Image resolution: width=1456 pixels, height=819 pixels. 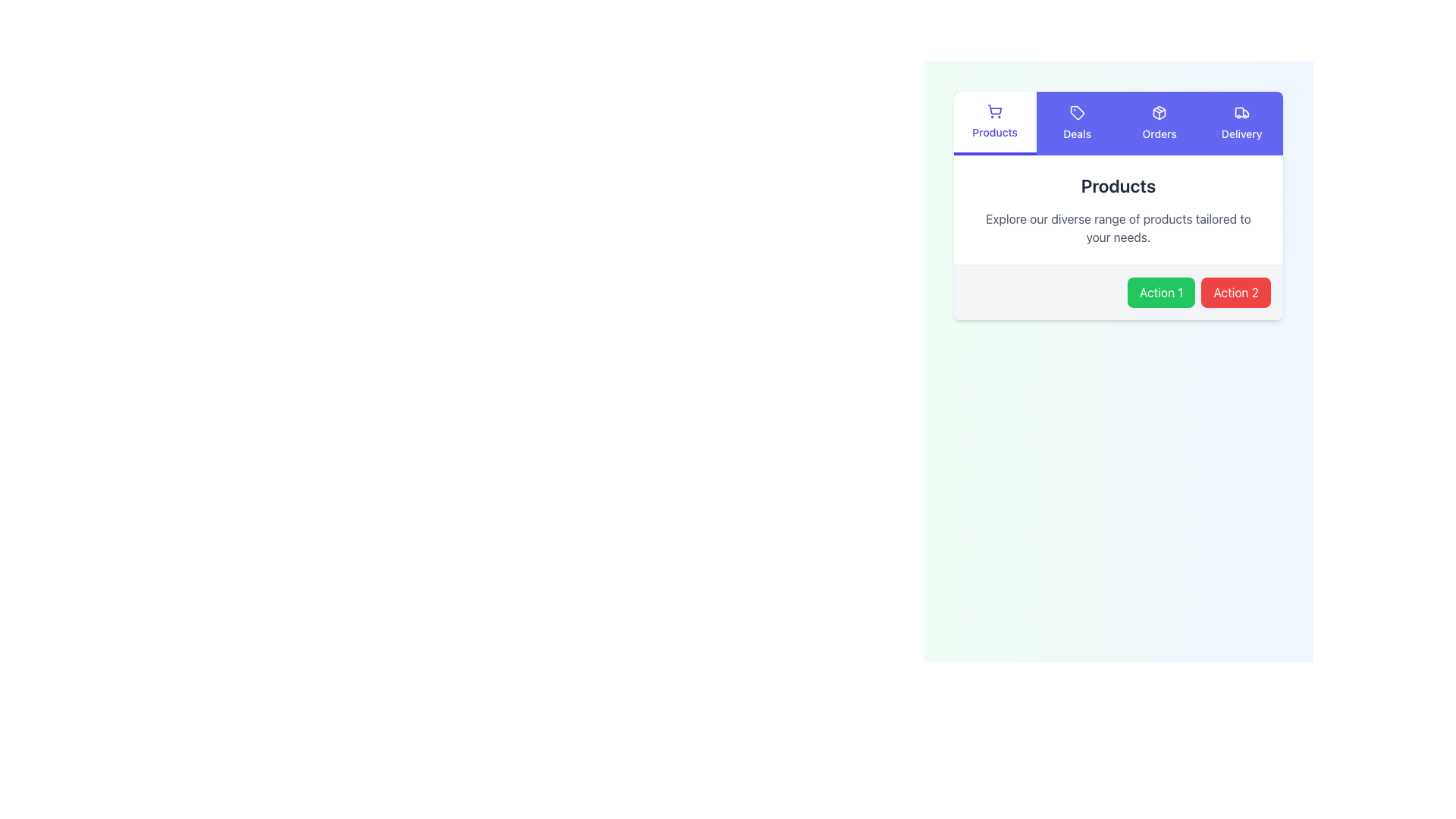 What do you see at coordinates (1076, 133) in the screenshot?
I see `the 'Deals' text label located in the navigation menu, which is the second item from the left, following 'Products' and preceding 'Orders' and 'Delivery'` at bounding box center [1076, 133].